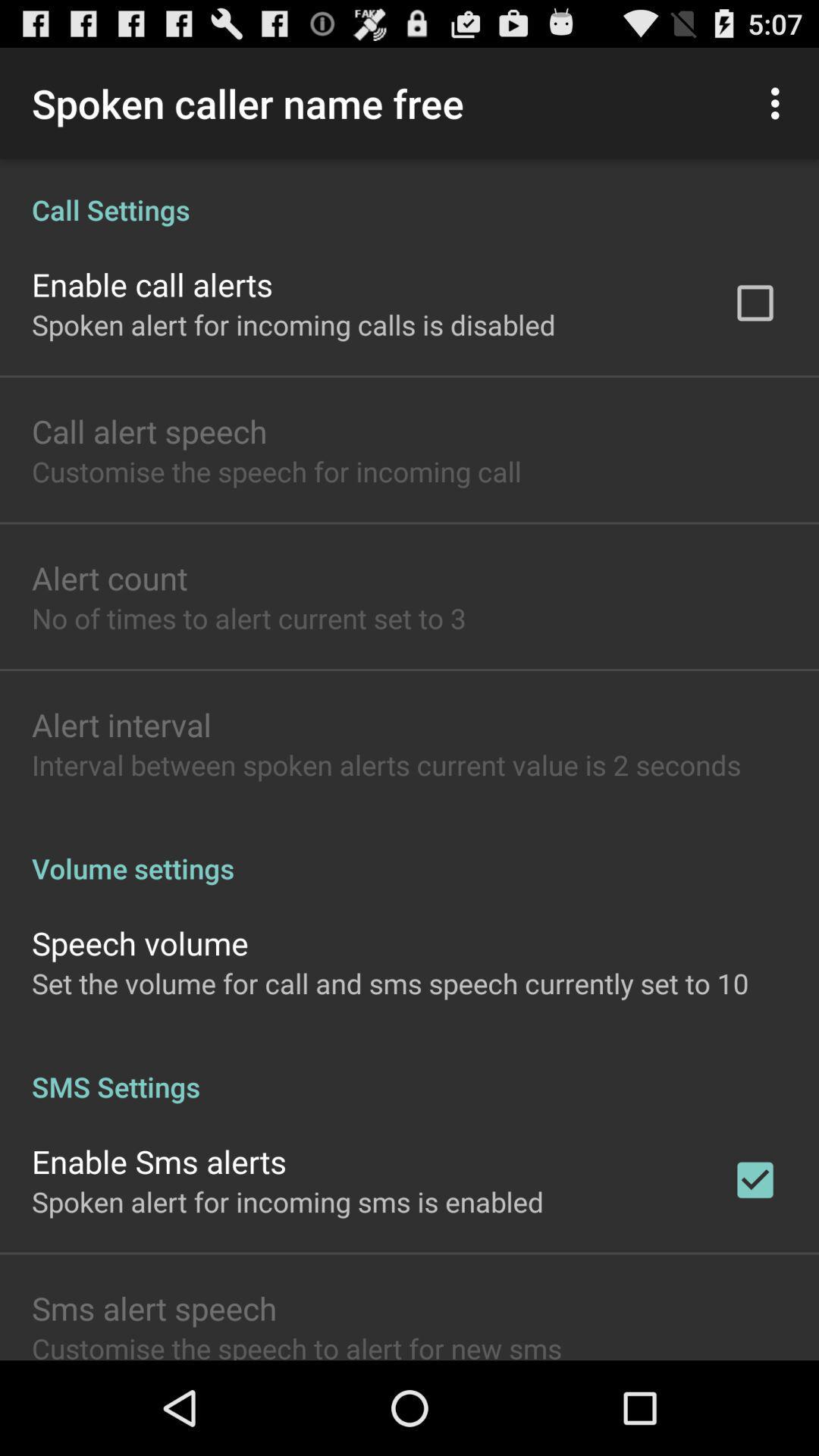  Describe the element at coordinates (389, 983) in the screenshot. I see `the set the volume` at that location.